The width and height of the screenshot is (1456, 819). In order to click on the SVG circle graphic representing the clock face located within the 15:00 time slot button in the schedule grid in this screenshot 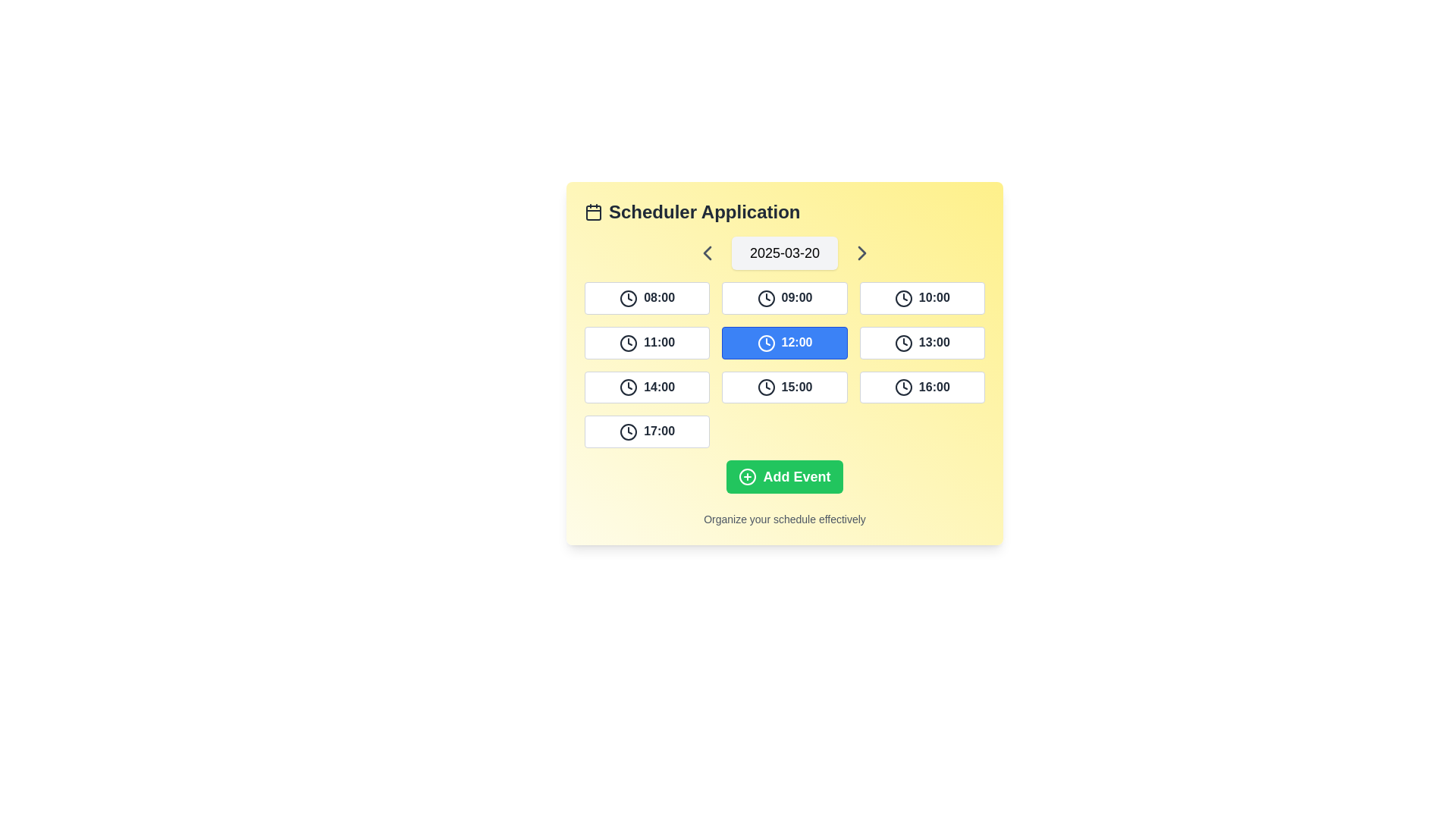, I will do `click(766, 387)`.